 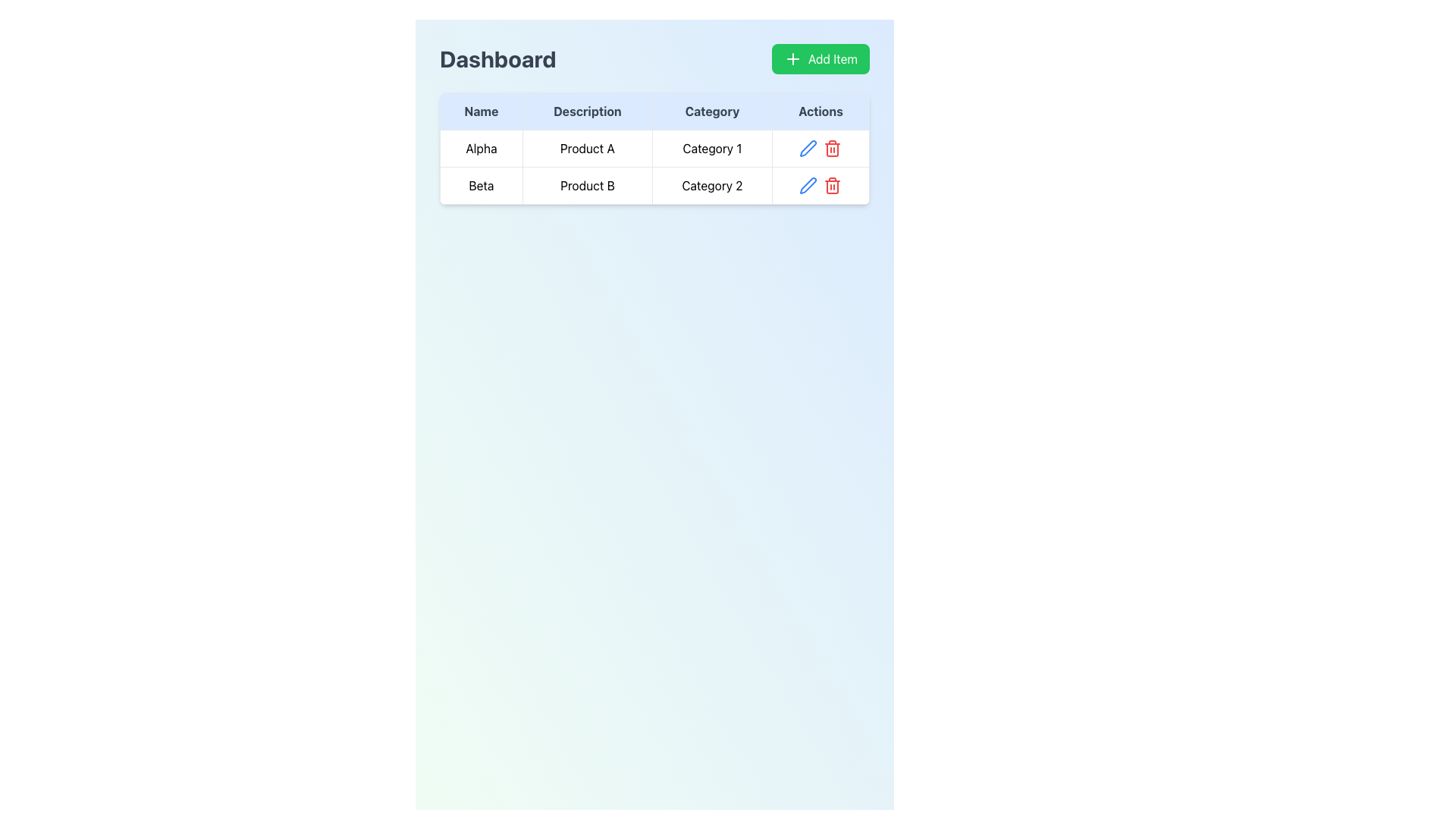 I want to click on the delete action button, which is the second icon in the 'Actions' column under the table, so click(x=832, y=149).